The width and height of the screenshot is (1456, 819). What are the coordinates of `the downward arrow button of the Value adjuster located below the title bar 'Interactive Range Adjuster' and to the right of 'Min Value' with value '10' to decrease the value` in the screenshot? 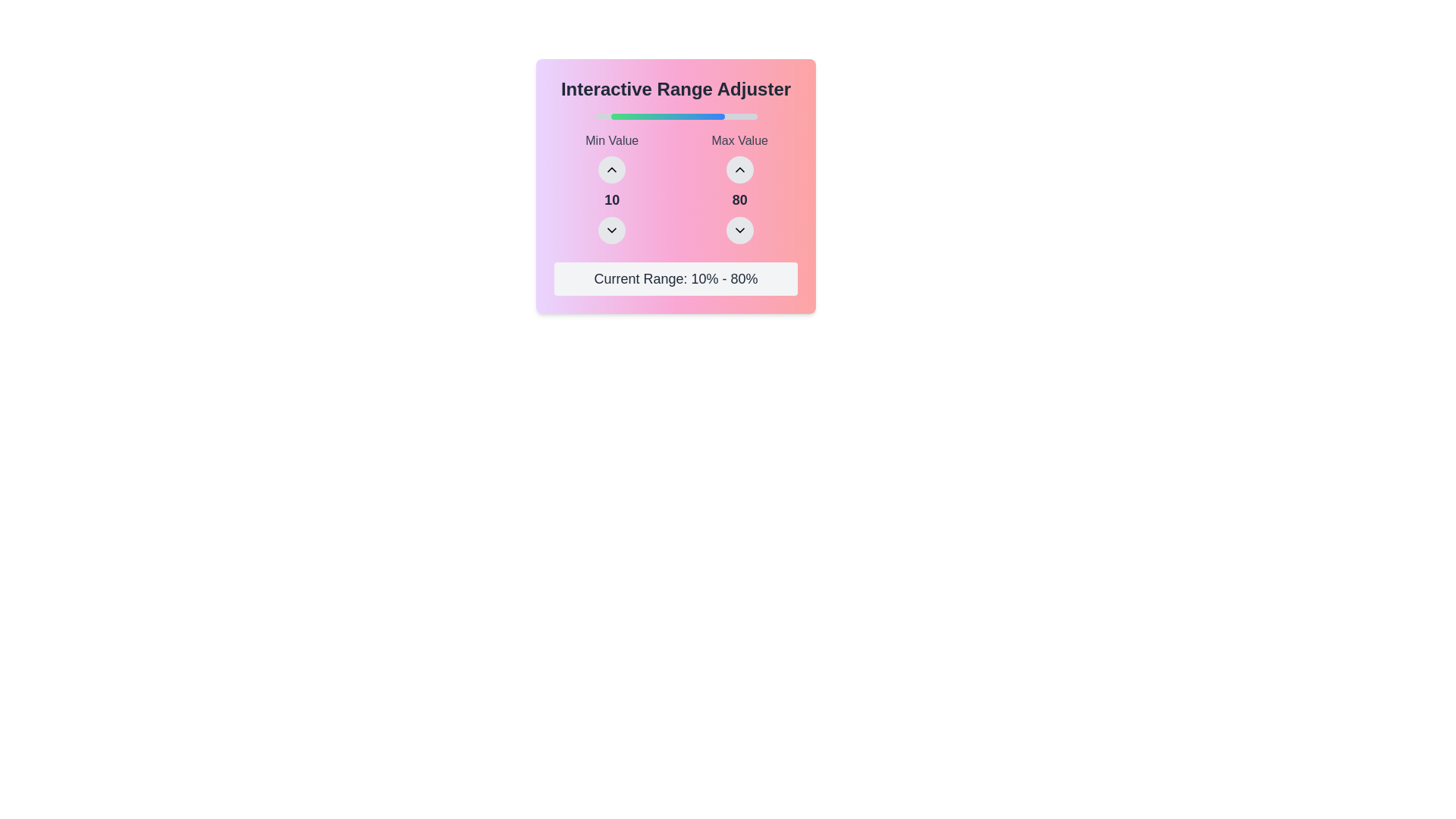 It's located at (739, 187).